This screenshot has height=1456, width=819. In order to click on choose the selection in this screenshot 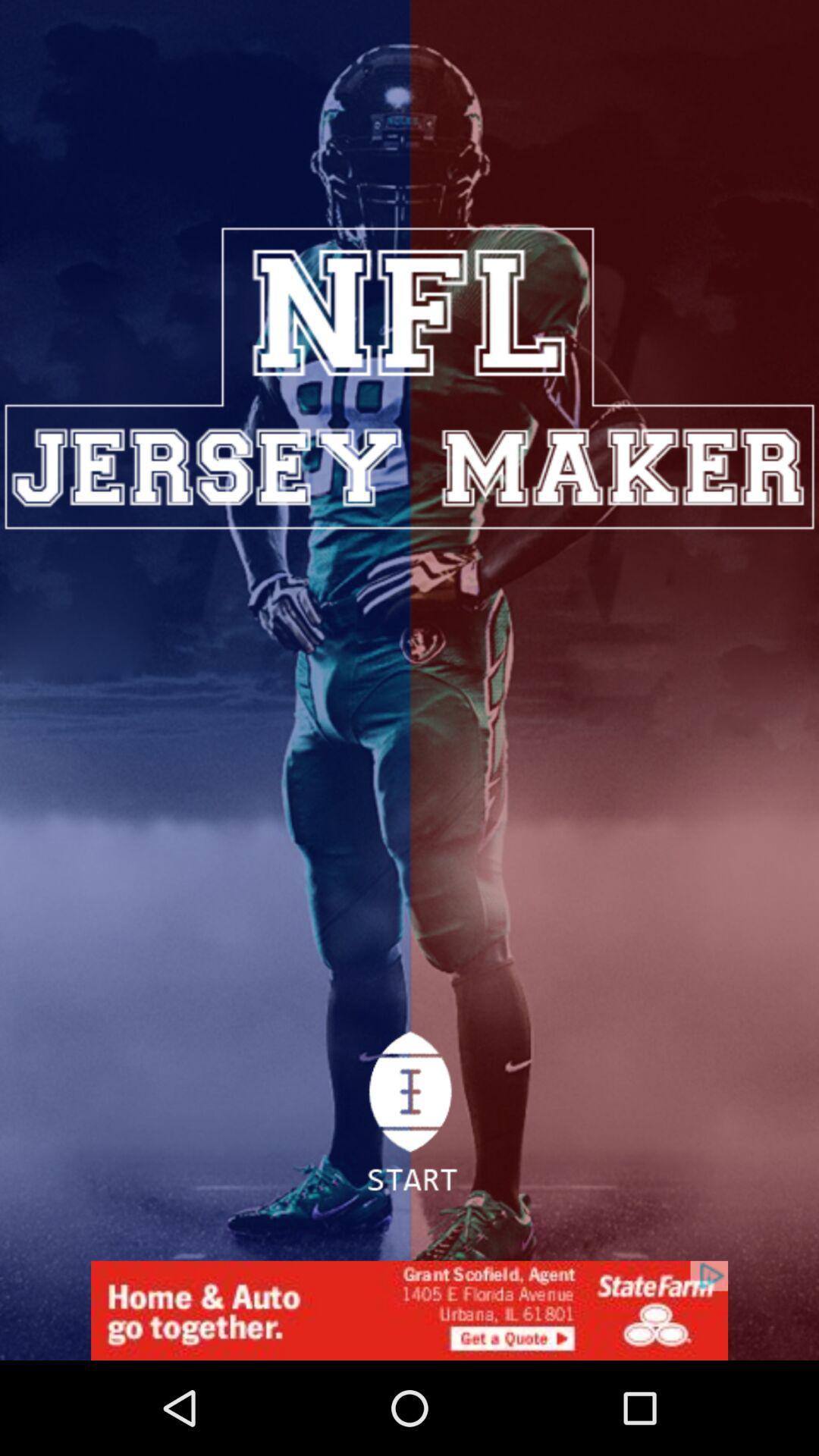, I will do `click(408, 1120)`.